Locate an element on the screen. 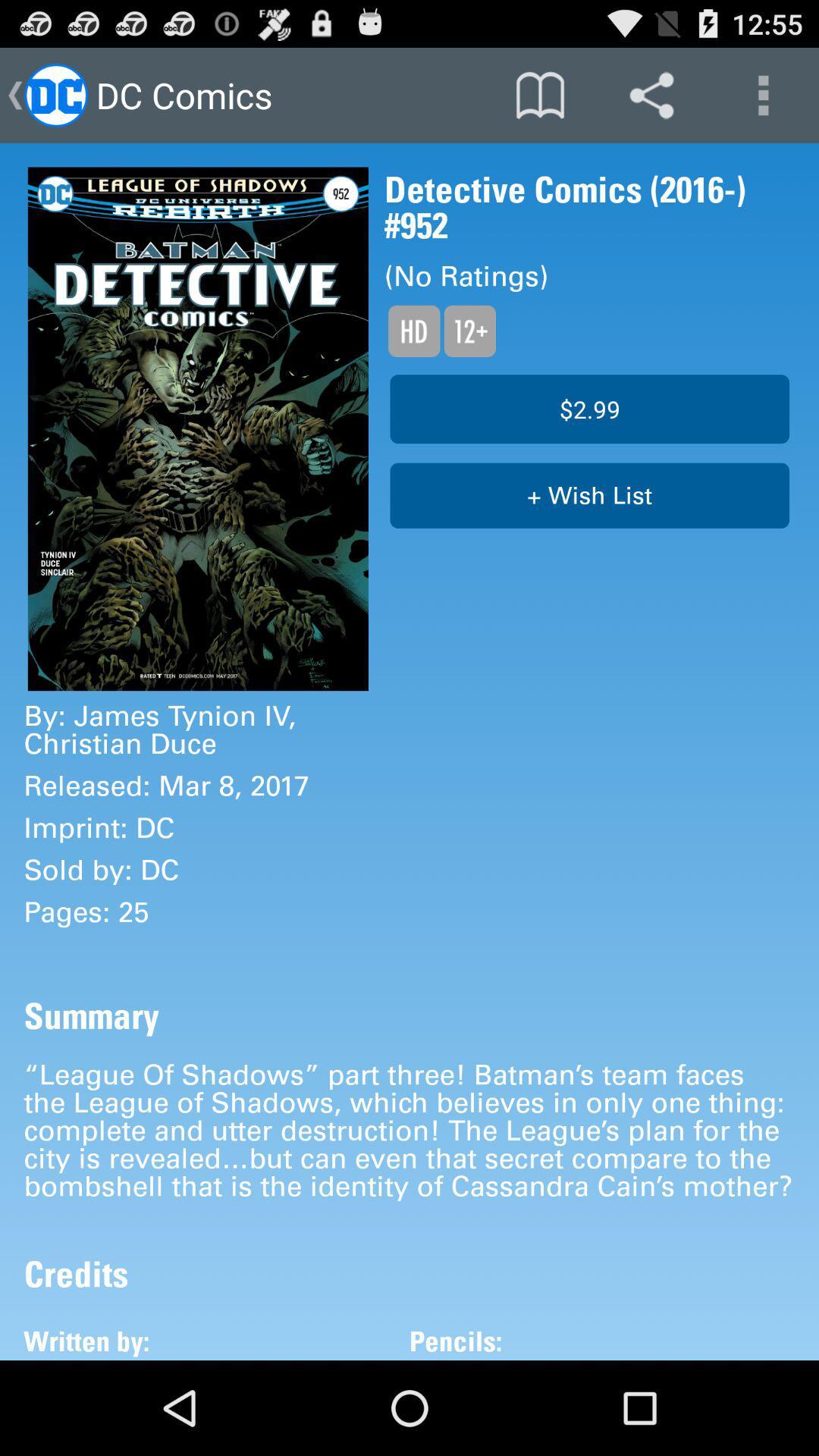 This screenshot has height=1456, width=819. + wish list on the right is located at coordinates (588, 495).